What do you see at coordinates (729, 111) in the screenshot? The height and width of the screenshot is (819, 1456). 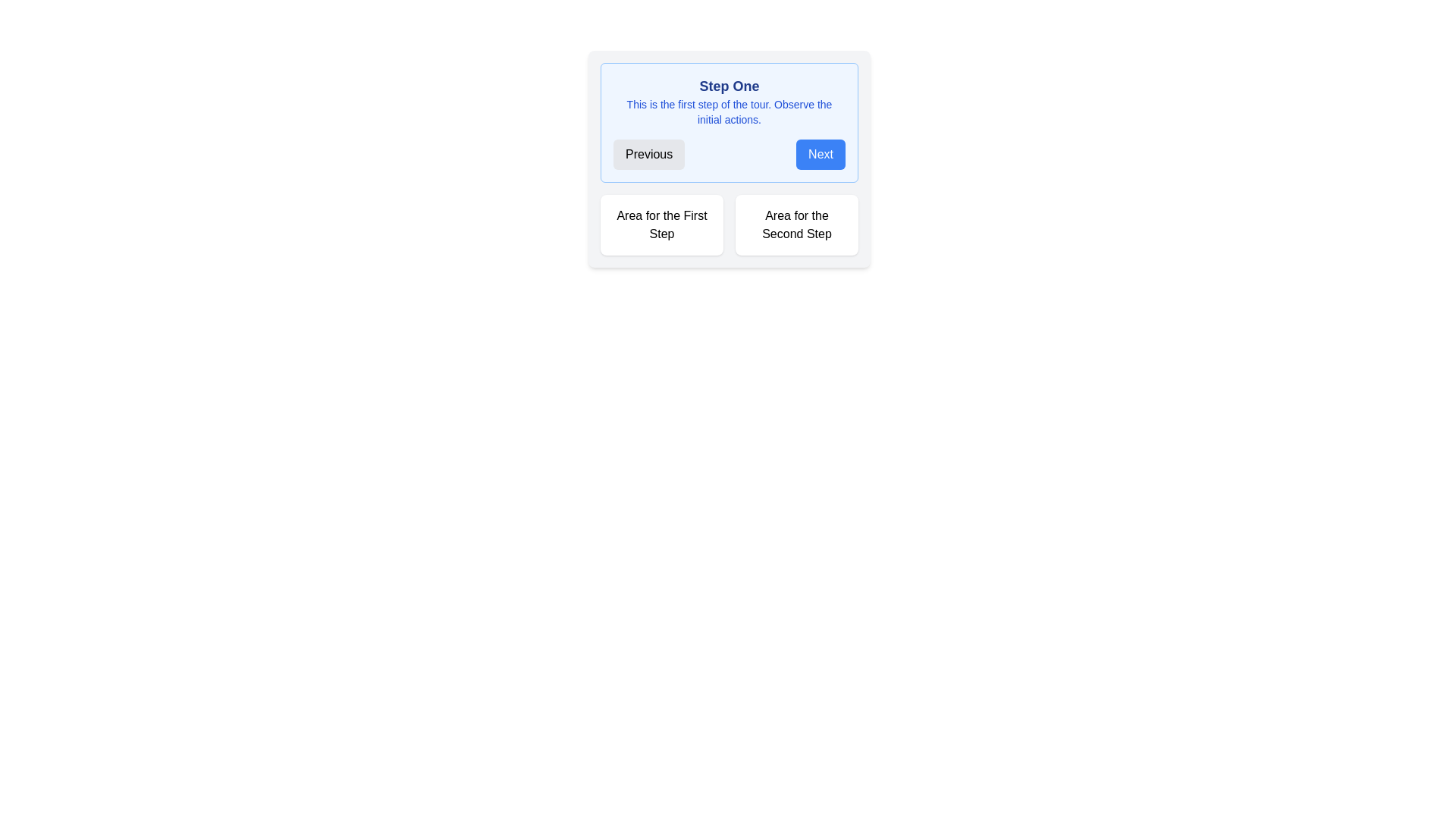 I see `the informational text displaying 'This is the first step of the tour. Observe the initial actions.' which is located below the 'Step One' header in the step guidance section` at bounding box center [729, 111].